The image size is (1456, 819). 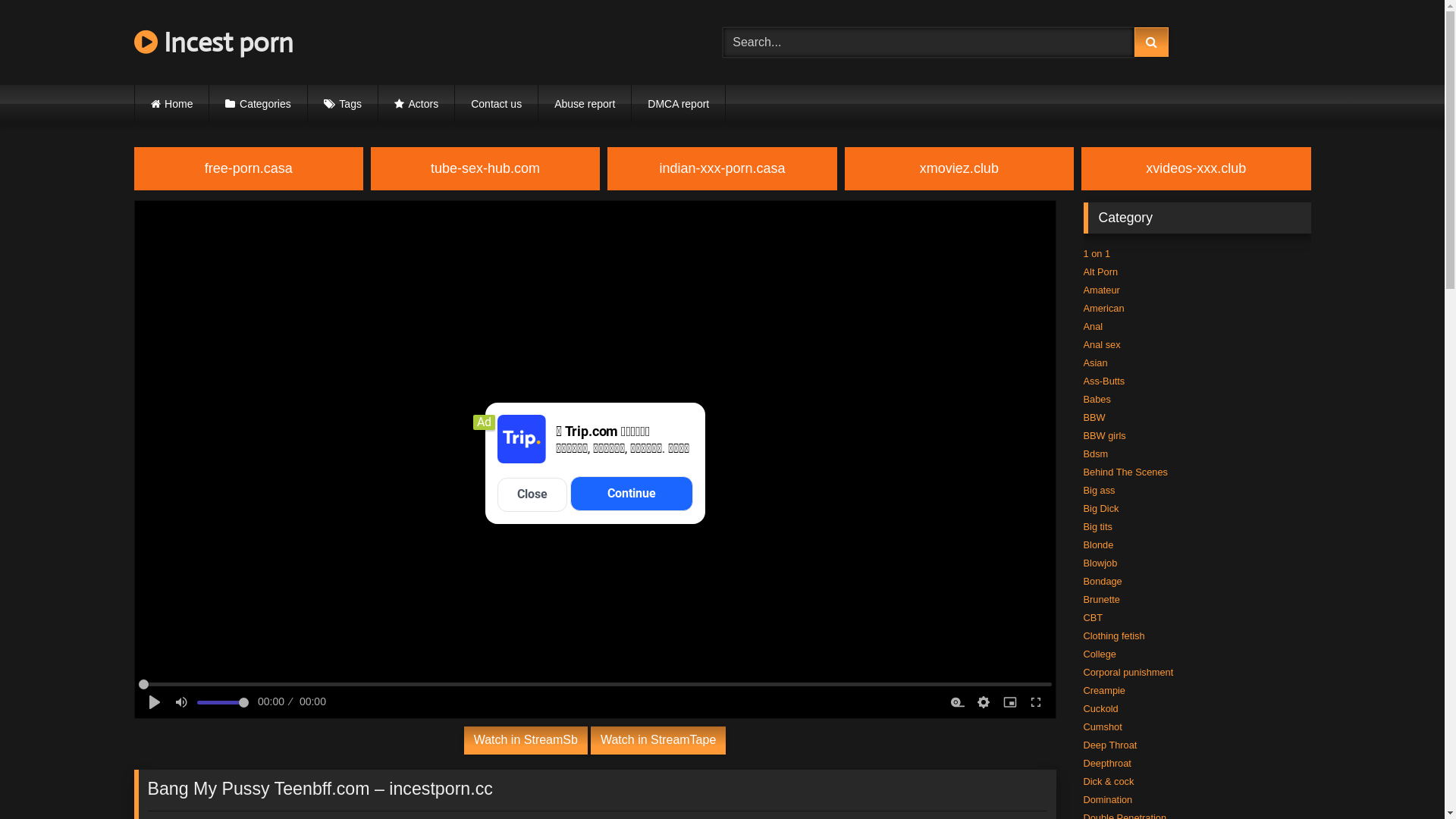 I want to click on 'Bondage', so click(x=1082, y=580).